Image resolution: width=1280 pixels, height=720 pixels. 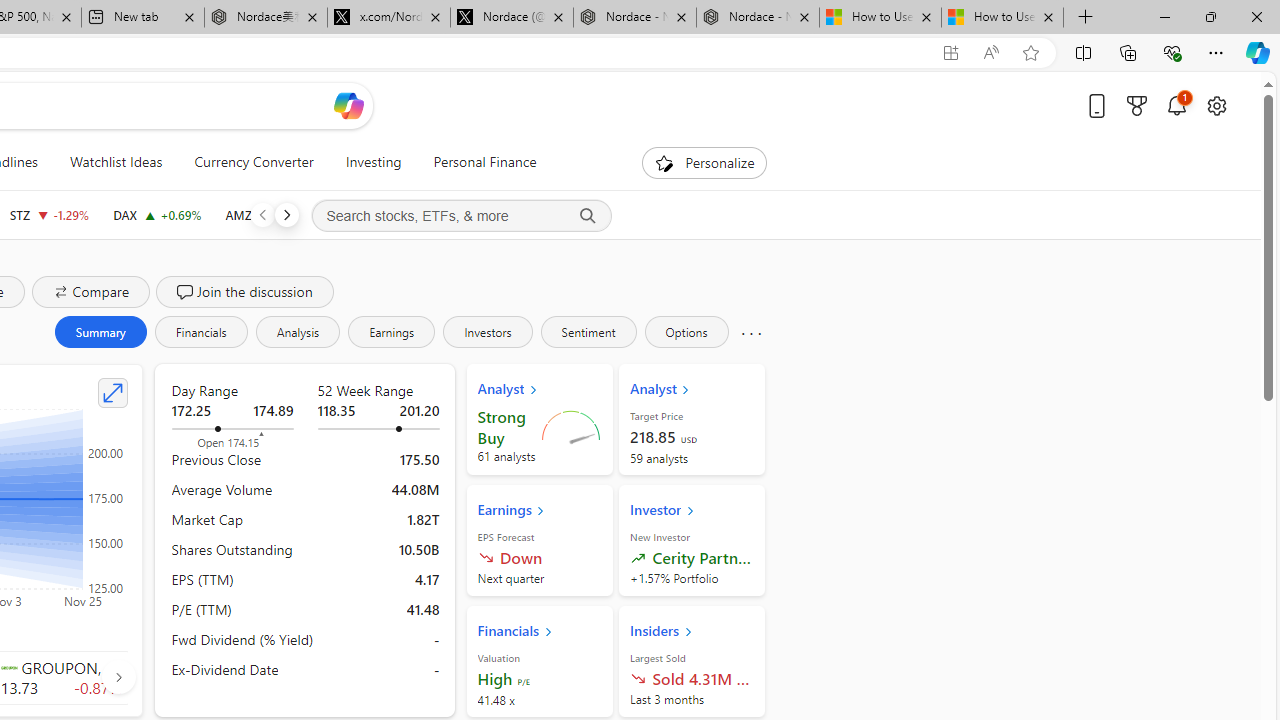 I want to click on 'Investing', so click(x=373, y=162).